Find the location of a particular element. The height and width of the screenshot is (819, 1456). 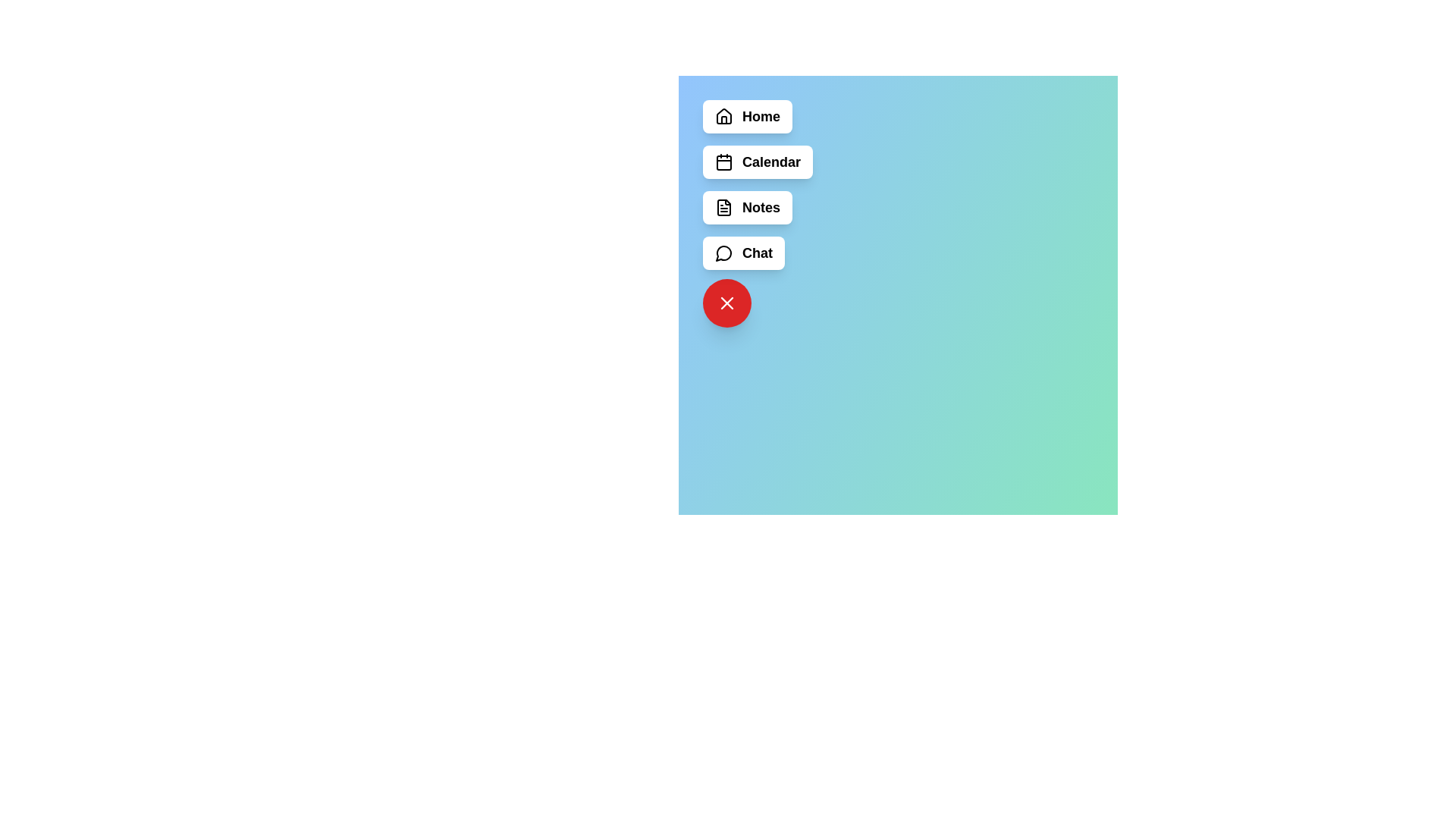

the menu button labeled Home to observe its hover effect is located at coordinates (747, 116).